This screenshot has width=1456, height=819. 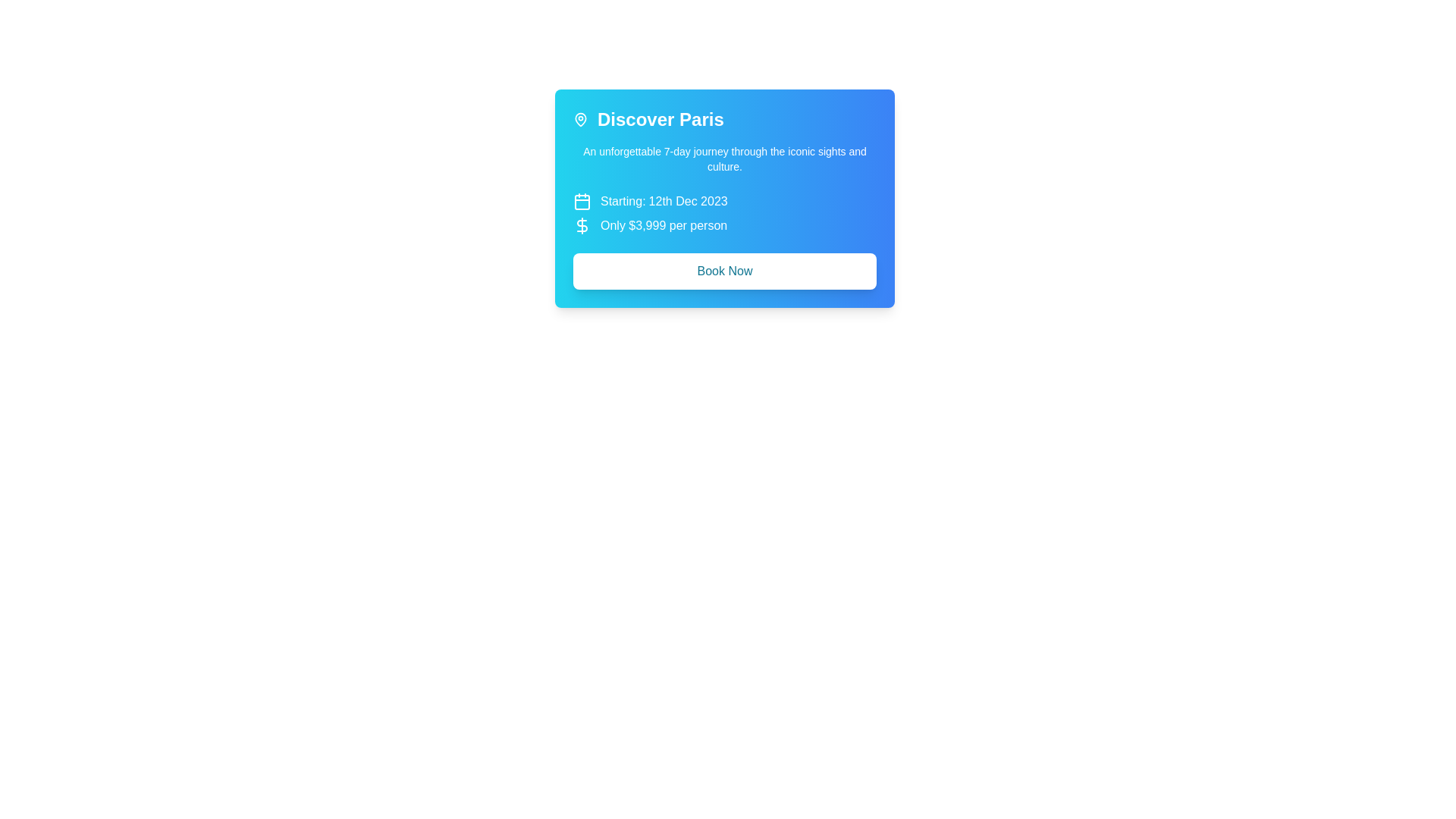 I want to click on the text label that states 'An unforgettable 7-day journey through the iconic sights and culture', which is styled with a white font on a light blue-gradient background and positioned below the title 'Discover Paris', so click(x=723, y=158).